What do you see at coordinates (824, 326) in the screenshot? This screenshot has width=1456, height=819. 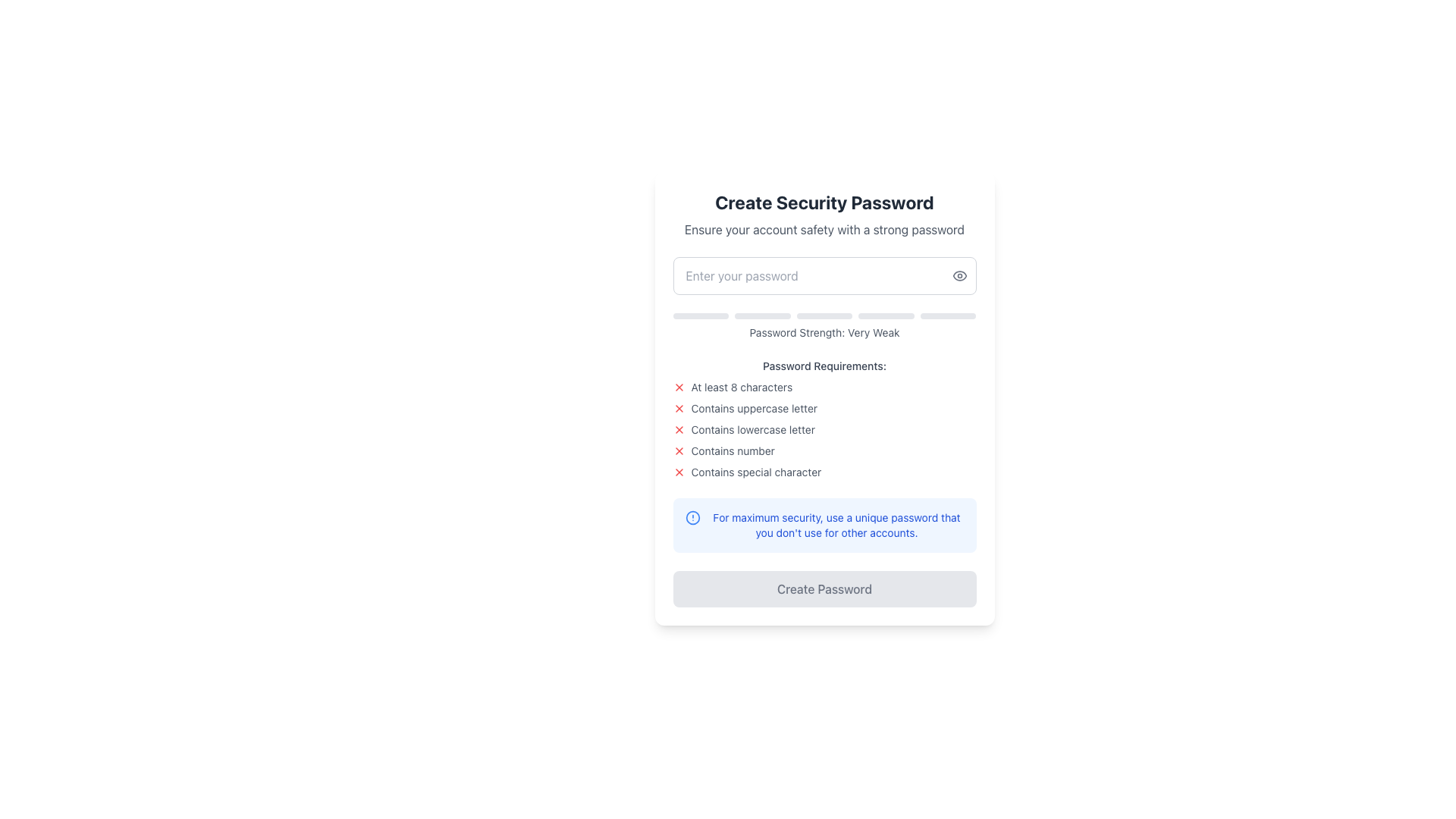 I see `the text label displaying 'Password Strength: Very Weak', which is centrally aligned below the password input field and above the password requirements list` at bounding box center [824, 326].